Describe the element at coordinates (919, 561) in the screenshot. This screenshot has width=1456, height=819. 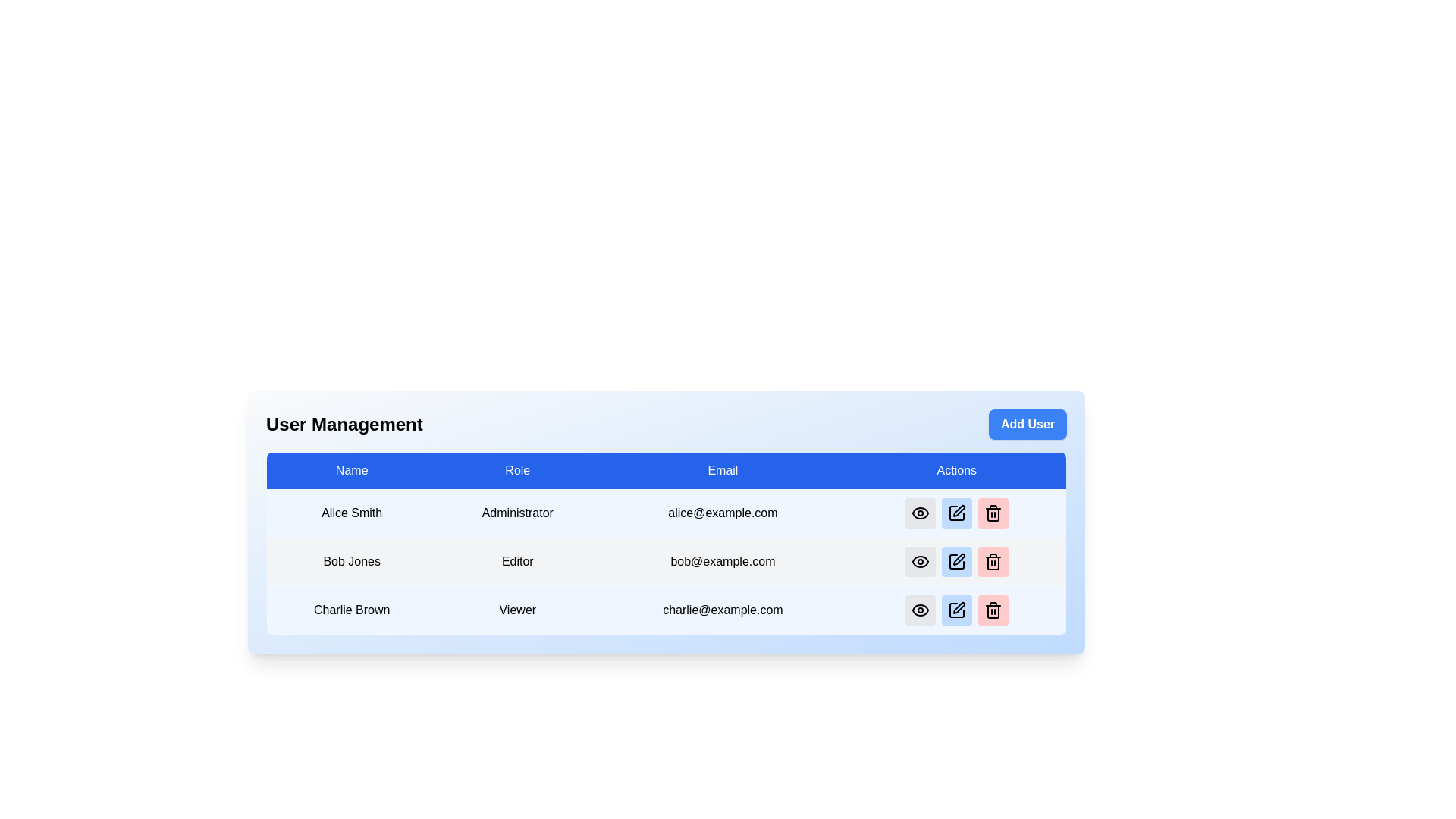
I see `the eye icon button in the Actions column of the user table, located in the same row as the user 'Bob Jones' and the email 'bob@example.com'` at that location.